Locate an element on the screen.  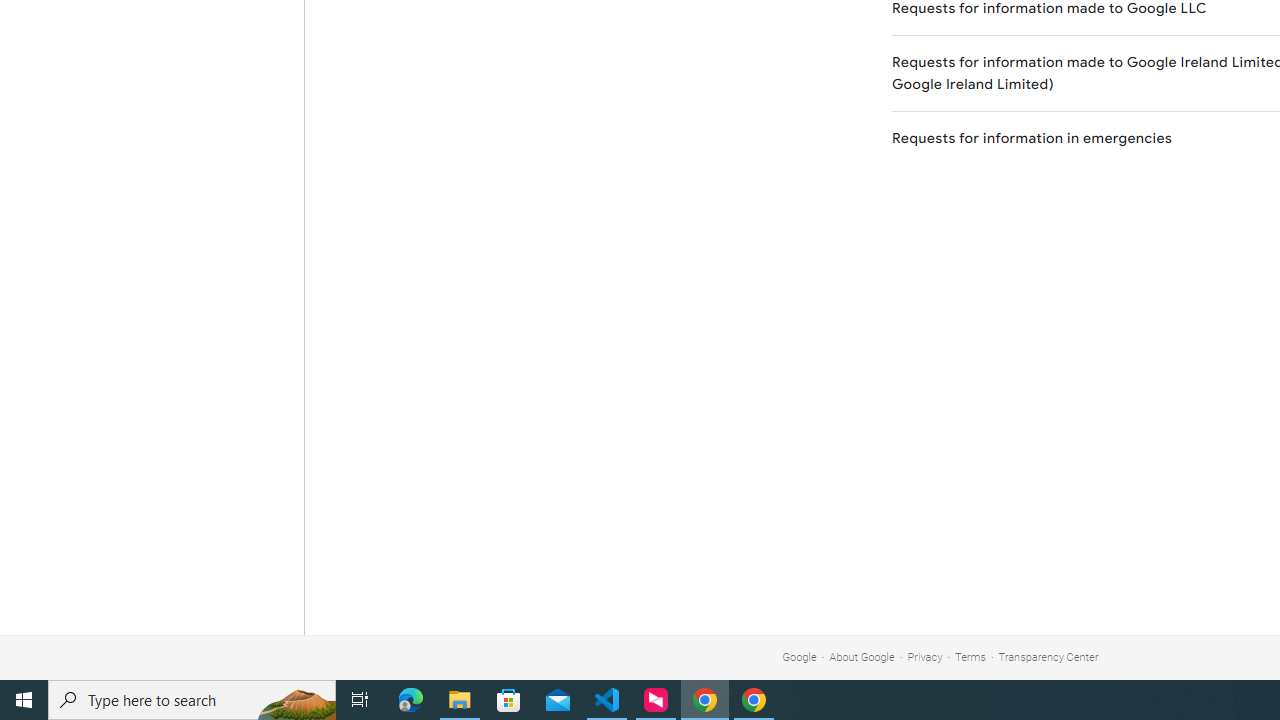
'Transparency Center' is located at coordinates (1047, 657).